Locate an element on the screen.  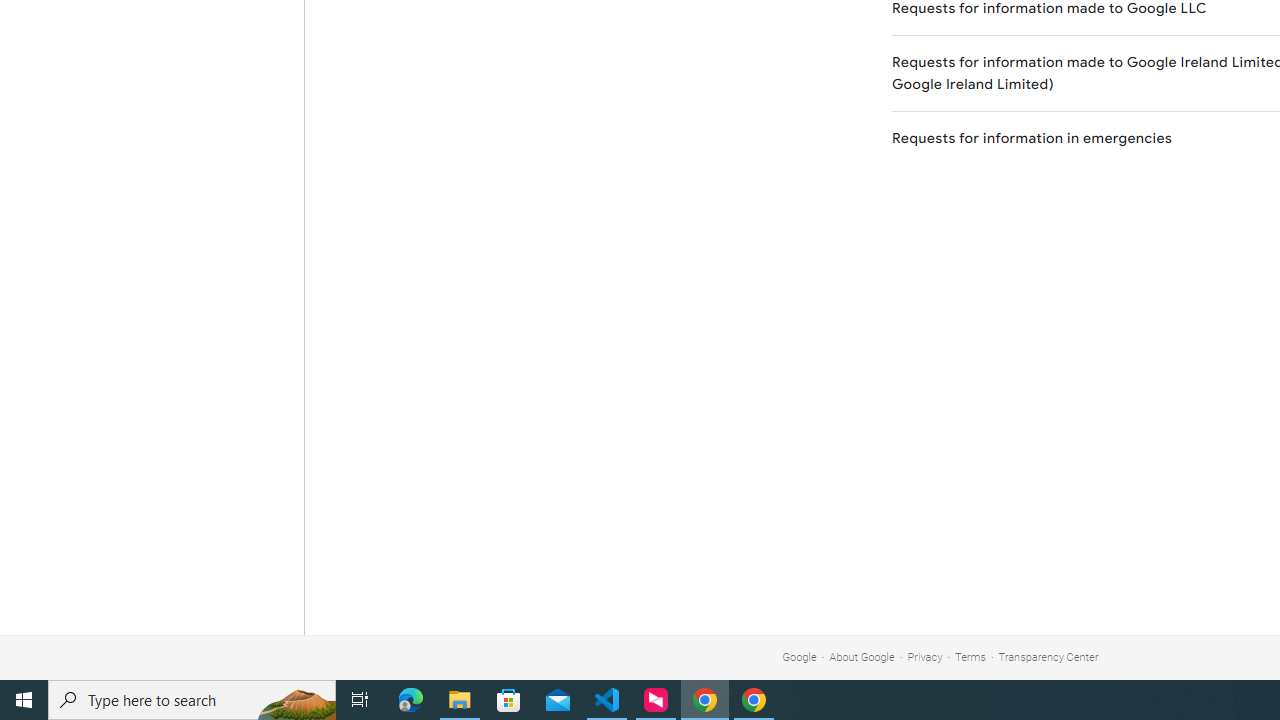
'Transparency Center' is located at coordinates (1047, 657).